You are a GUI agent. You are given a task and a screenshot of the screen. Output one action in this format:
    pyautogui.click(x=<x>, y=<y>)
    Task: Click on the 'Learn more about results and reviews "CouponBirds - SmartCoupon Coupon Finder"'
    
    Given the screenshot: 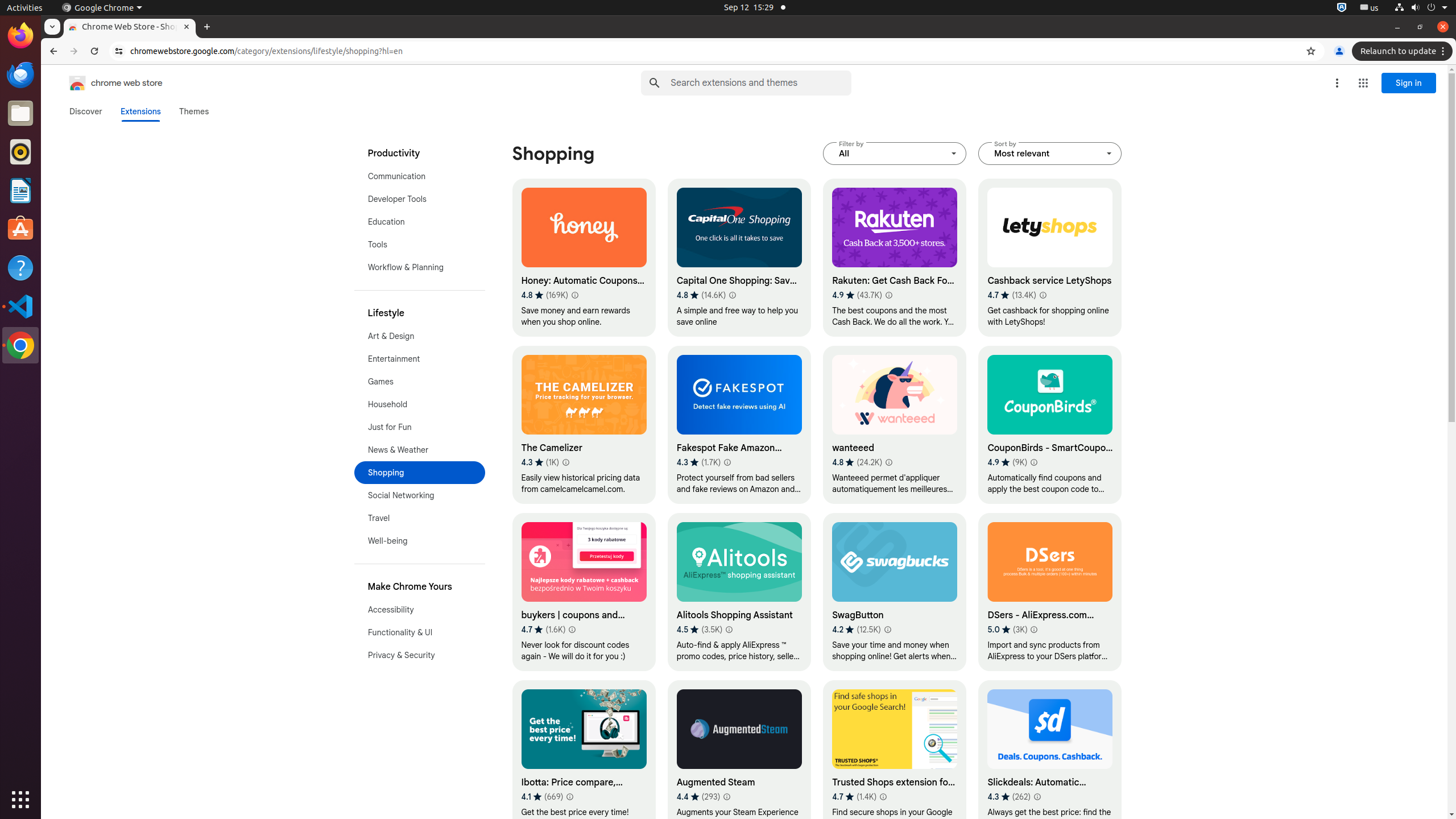 What is the action you would take?
    pyautogui.click(x=1033, y=462)
    